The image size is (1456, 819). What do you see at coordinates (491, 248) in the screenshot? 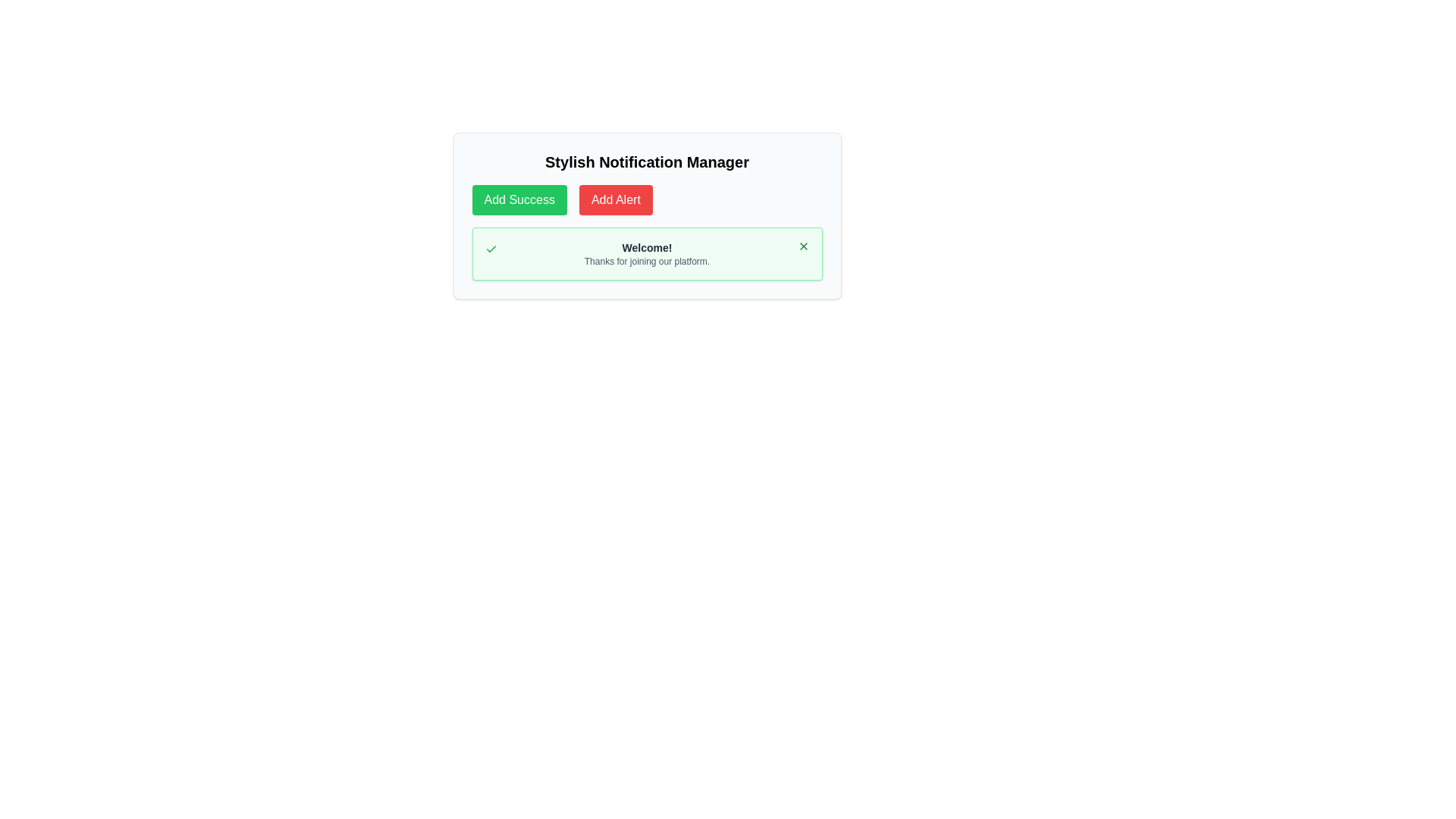
I see `the green checkmark SVG icon located in the top-left corner of the green notification box that contains the text 'Welcome! Thanks for joining our platform.'` at bounding box center [491, 248].